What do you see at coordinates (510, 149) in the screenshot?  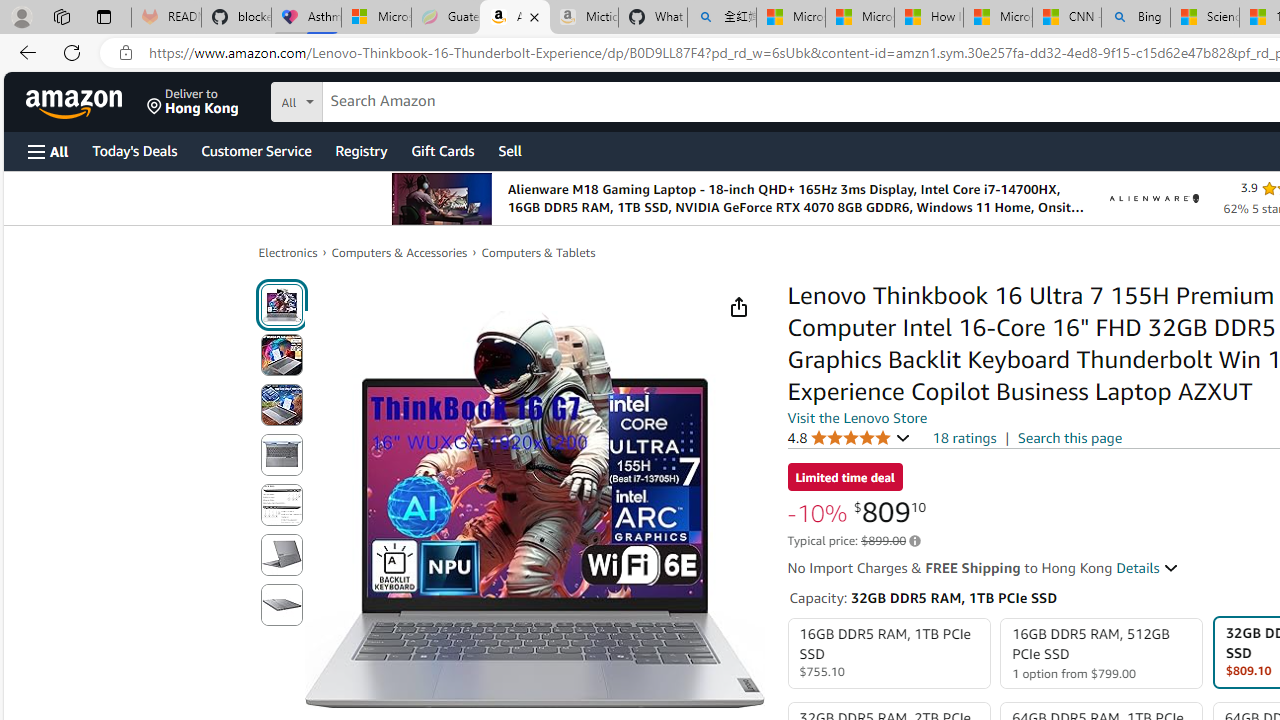 I see `'Sell'` at bounding box center [510, 149].